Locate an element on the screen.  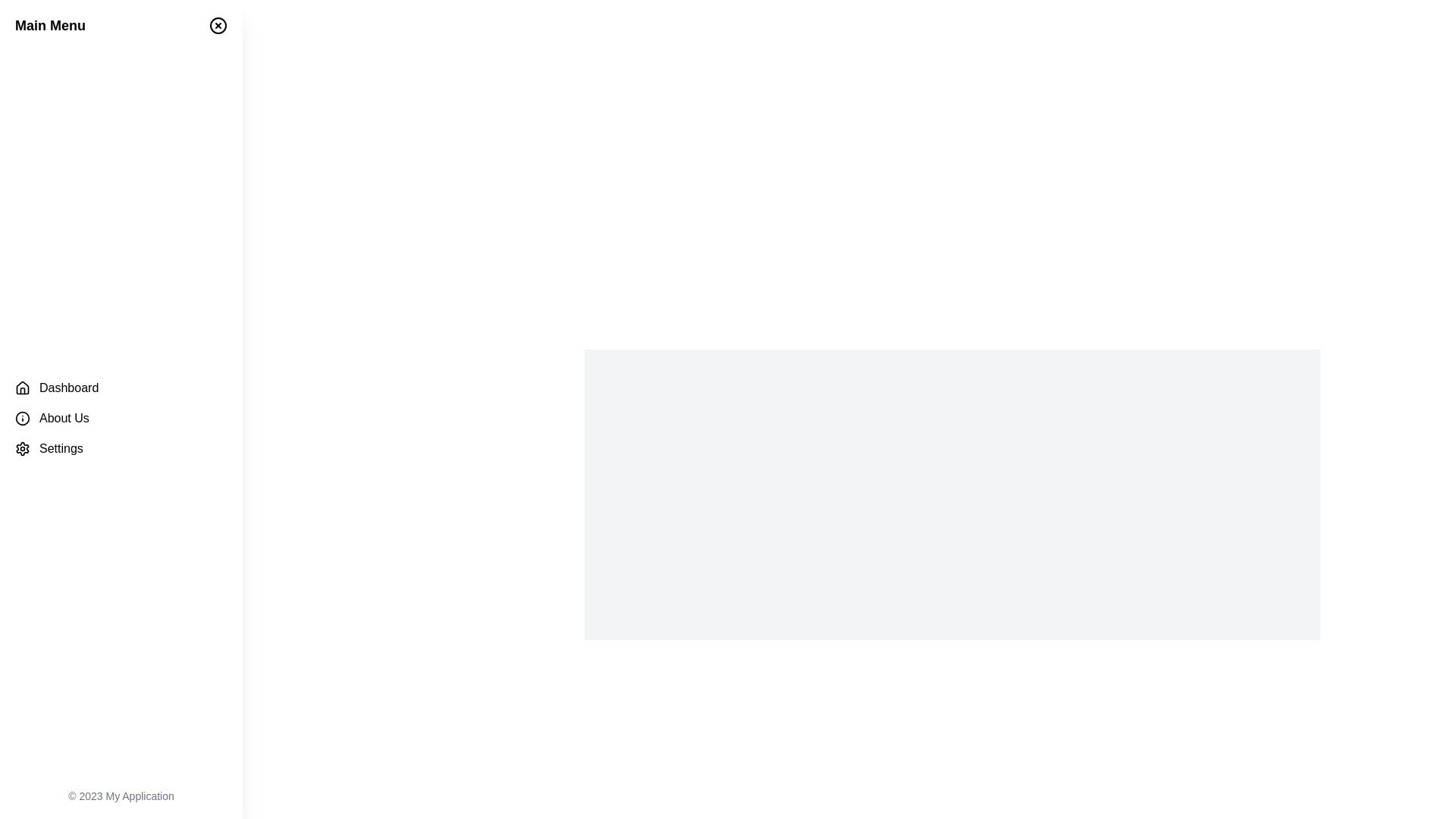
the circular component of the close or cancel action icon located in the top-right of the interface is located at coordinates (218, 26).